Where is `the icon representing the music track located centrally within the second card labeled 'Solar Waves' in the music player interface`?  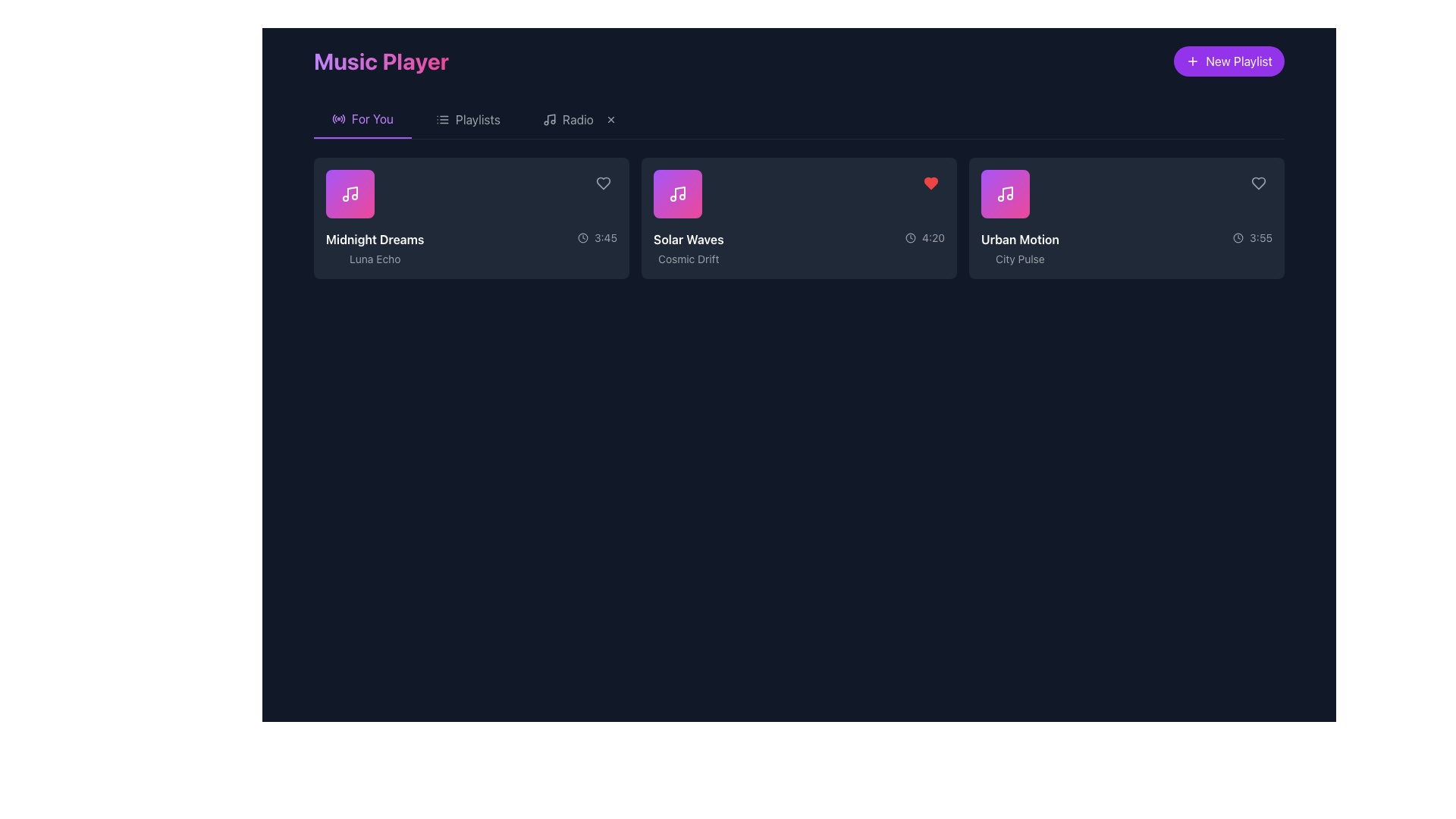
the icon representing the music track located centrally within the second card labeled 'Solar Waves' in the music player interface is located at coordinates (676, 193).